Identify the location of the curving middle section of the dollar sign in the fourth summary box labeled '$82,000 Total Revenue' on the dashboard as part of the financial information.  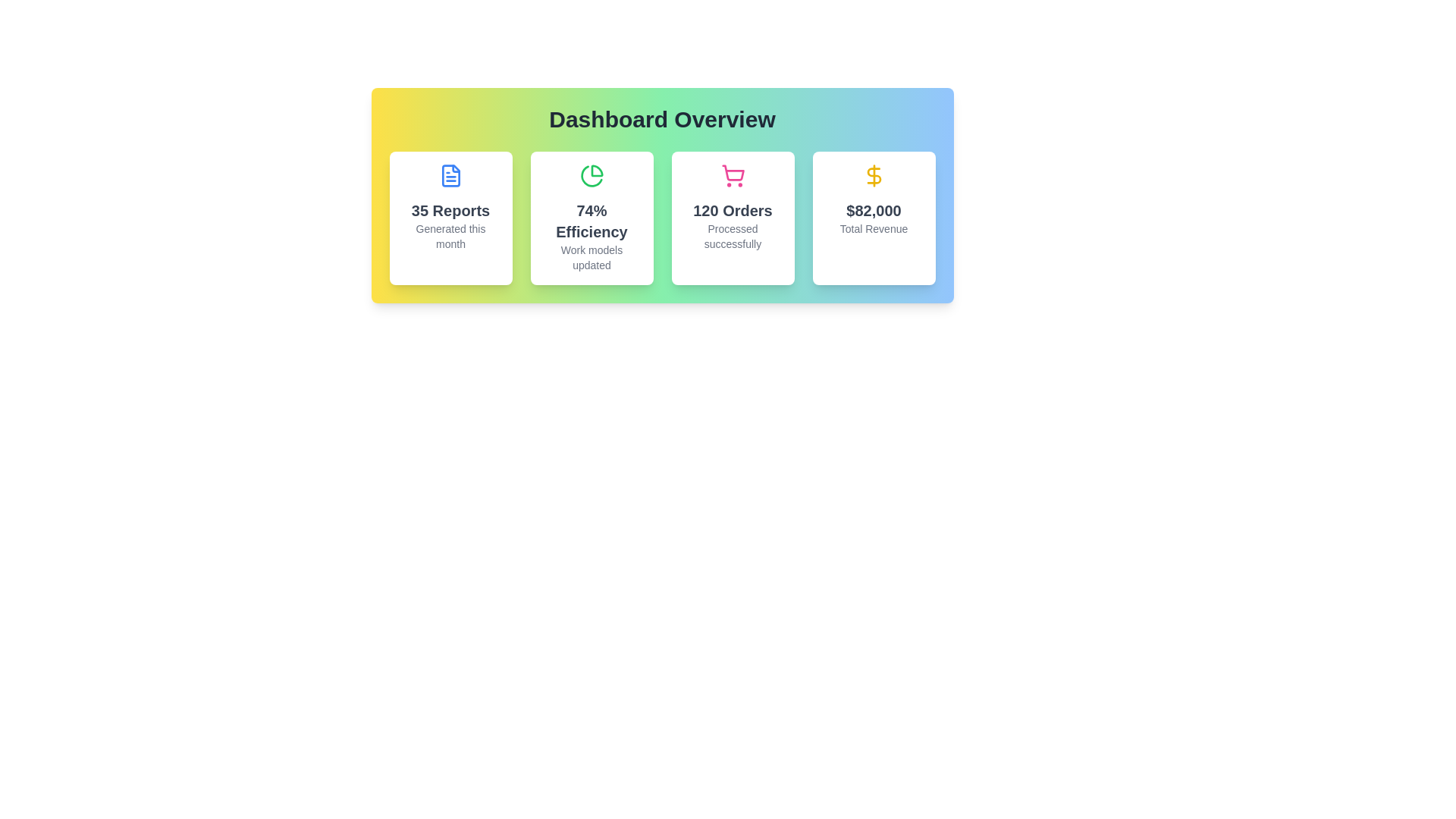
(874, 174).